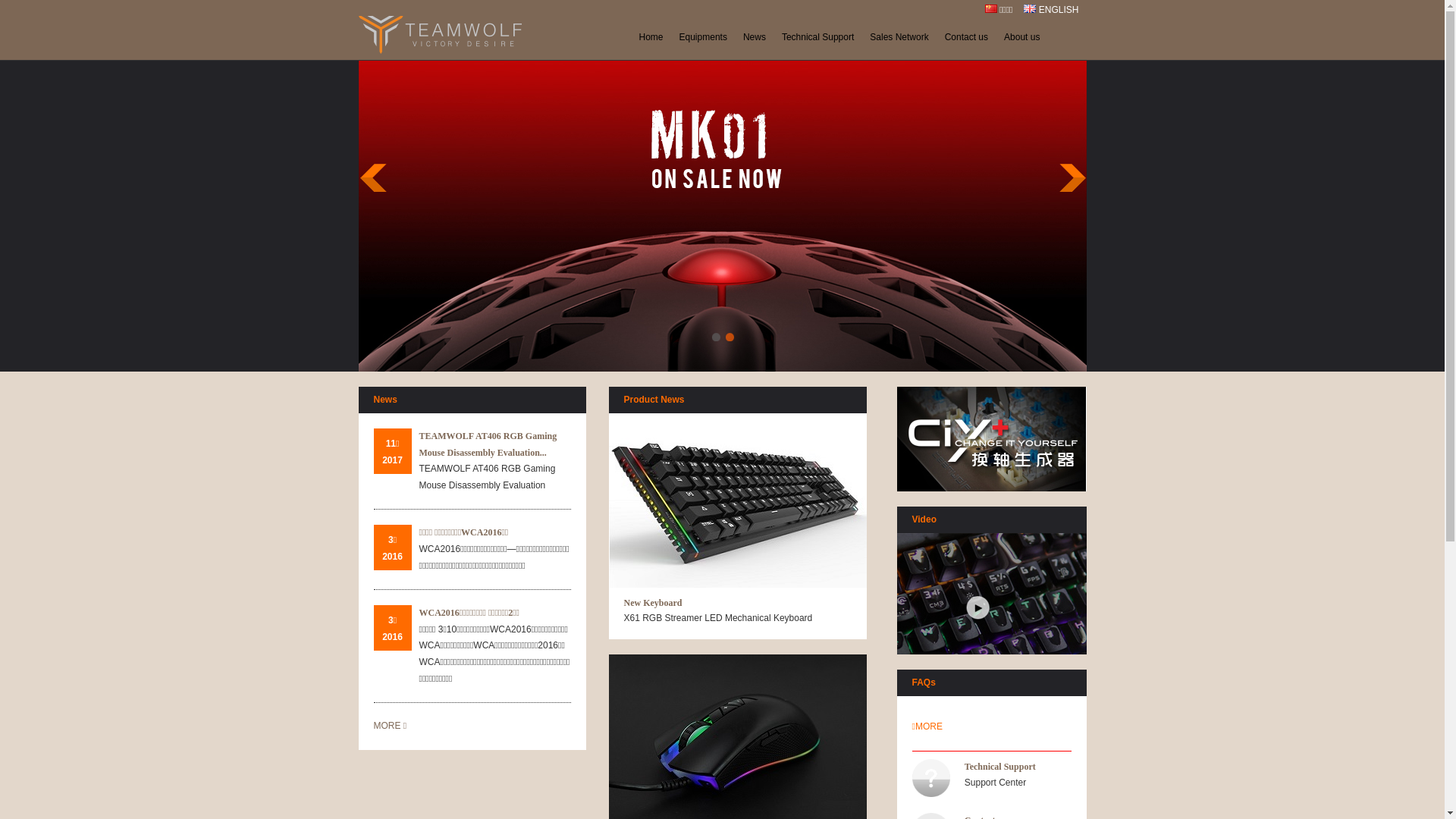 The height and width of the screenshot is (819, 1456). Describe the element at coordinates (419, 444) in the screenshot. I see `'TEAMWOLF AT406 RGB Gaming Mouse Disassembly Evaluation...'` at that location.